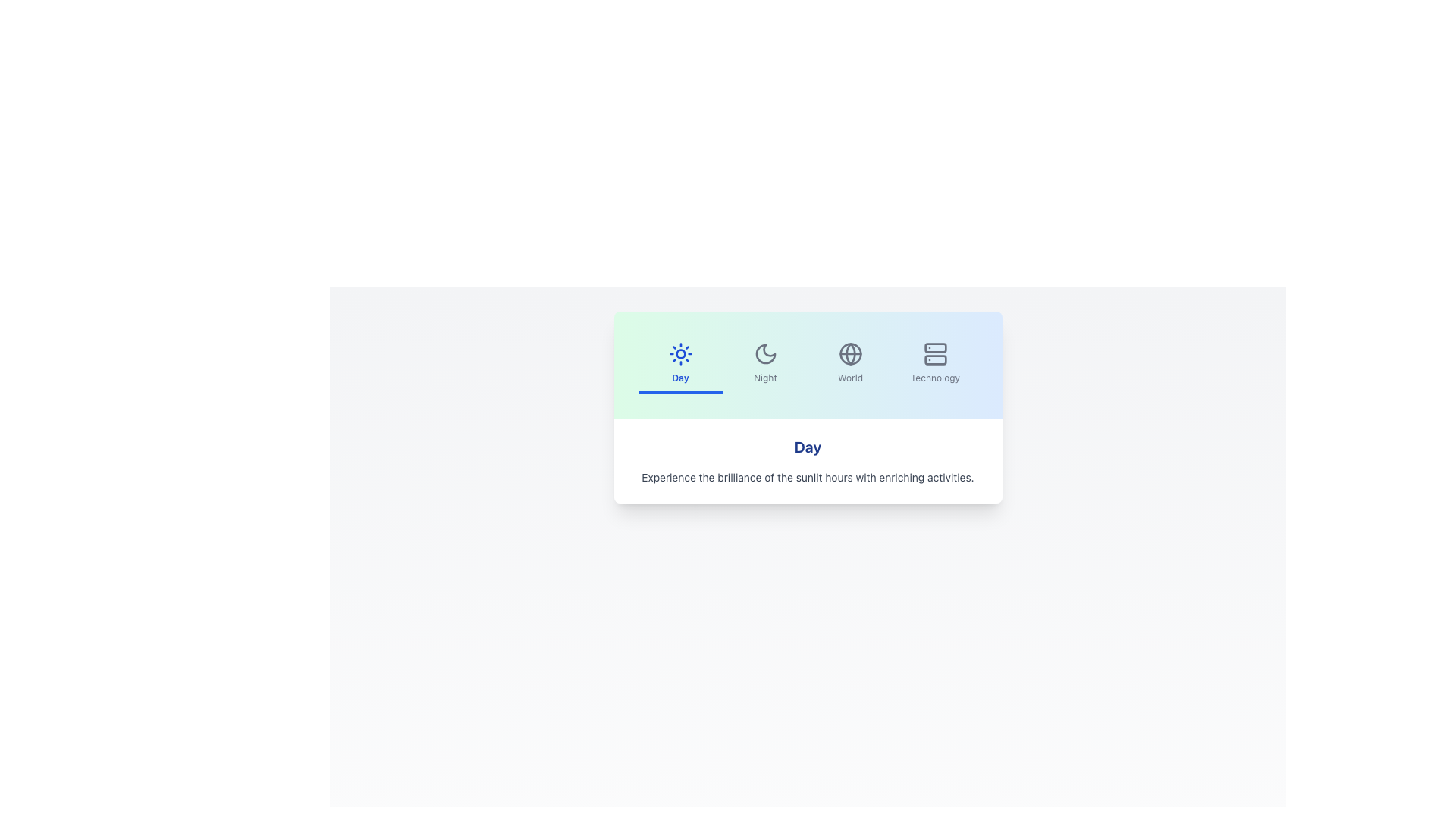  I want to click on the text label displaying the word 'Night', which is positioned below a moon-shaped icon within the 'Night' tab of the interface, so click(765, 377).